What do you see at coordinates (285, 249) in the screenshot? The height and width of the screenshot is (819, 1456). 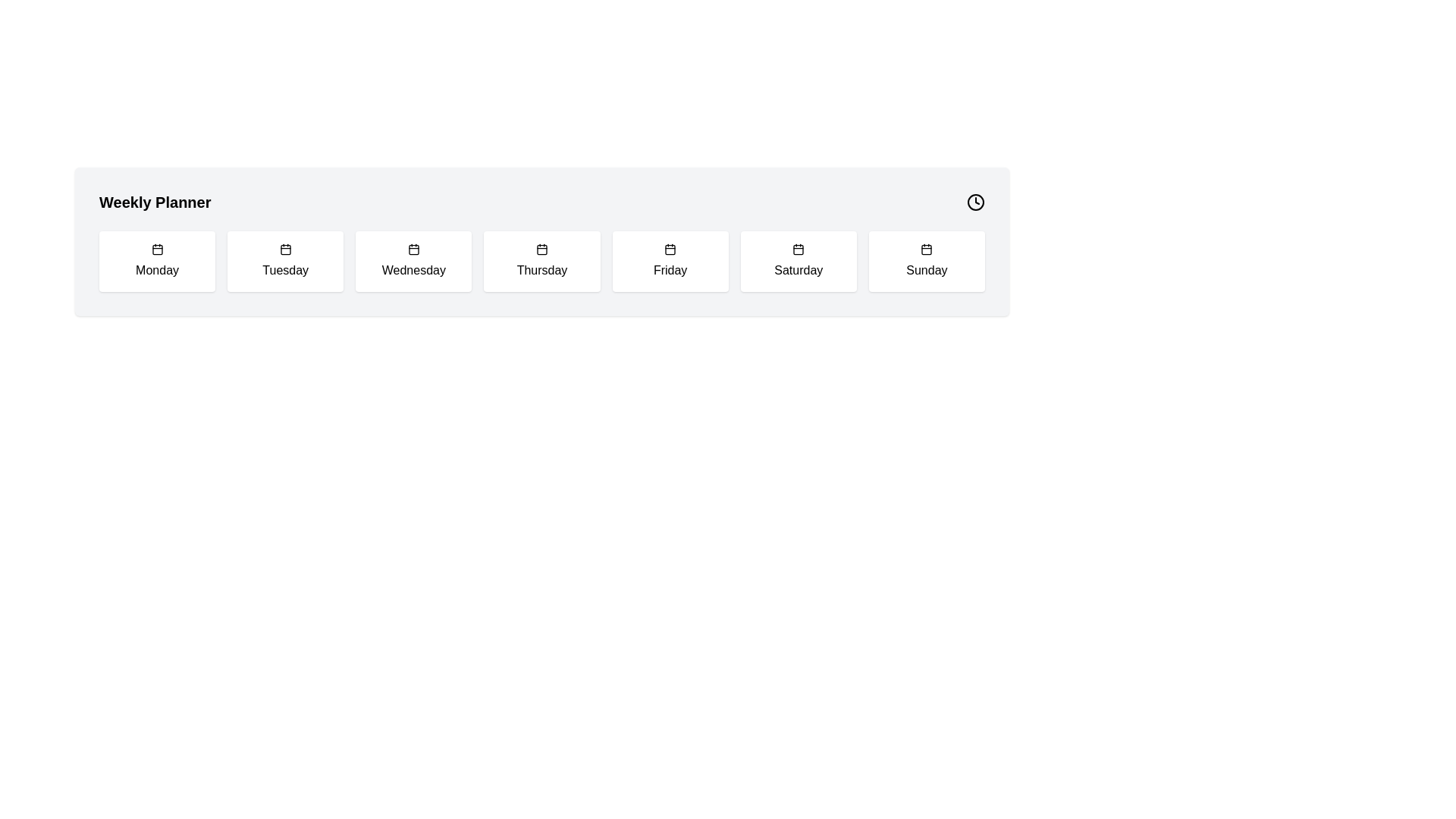 I see `the Decorative Icon Component, a small square with rounded corners, located within the Tuesday calendar icon in the weekday planner` at bounding box center [285, 249].